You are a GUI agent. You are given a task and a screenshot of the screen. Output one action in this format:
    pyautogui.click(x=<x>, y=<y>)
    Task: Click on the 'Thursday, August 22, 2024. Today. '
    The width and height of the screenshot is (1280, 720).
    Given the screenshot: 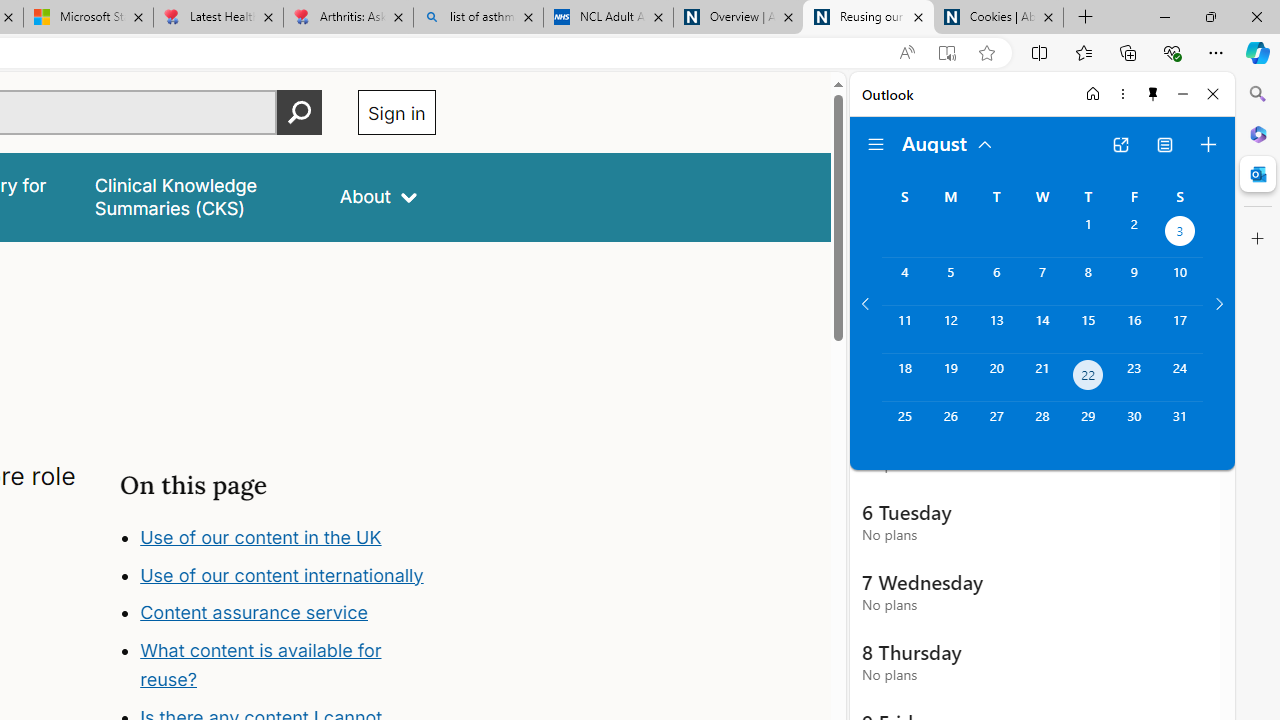 What is the action you would take?
    pyautogui.click(x=1087, y=377)
    